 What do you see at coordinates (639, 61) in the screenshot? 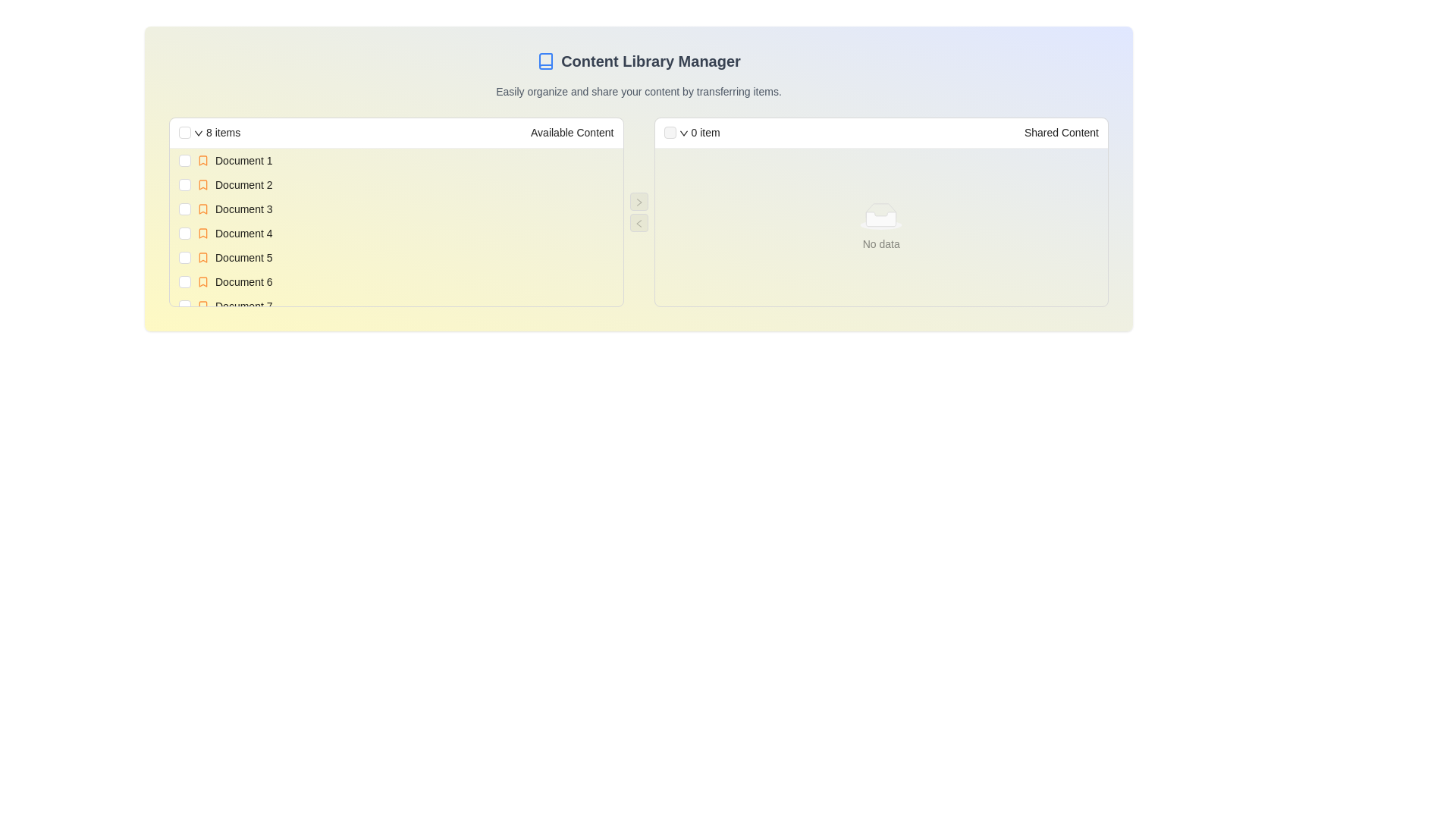
I see `the UI Header displaying the bold text 'Content Library Manager' with a blue book icon, located at the center-top of the visible interface` at bounding box center [639, 61].